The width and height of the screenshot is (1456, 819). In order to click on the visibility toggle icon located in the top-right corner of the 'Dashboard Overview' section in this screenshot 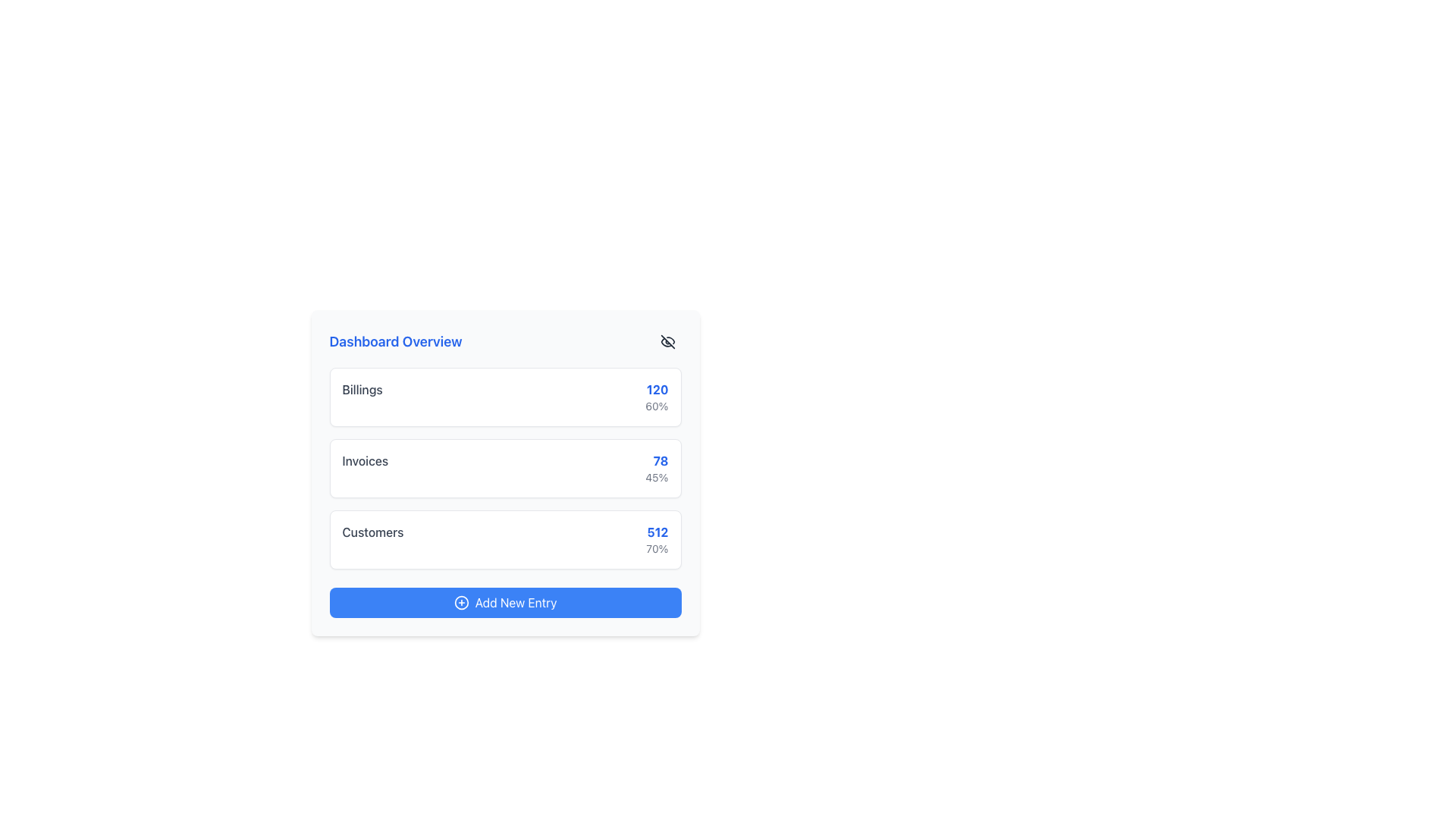, I will do `click(667, 342)`.